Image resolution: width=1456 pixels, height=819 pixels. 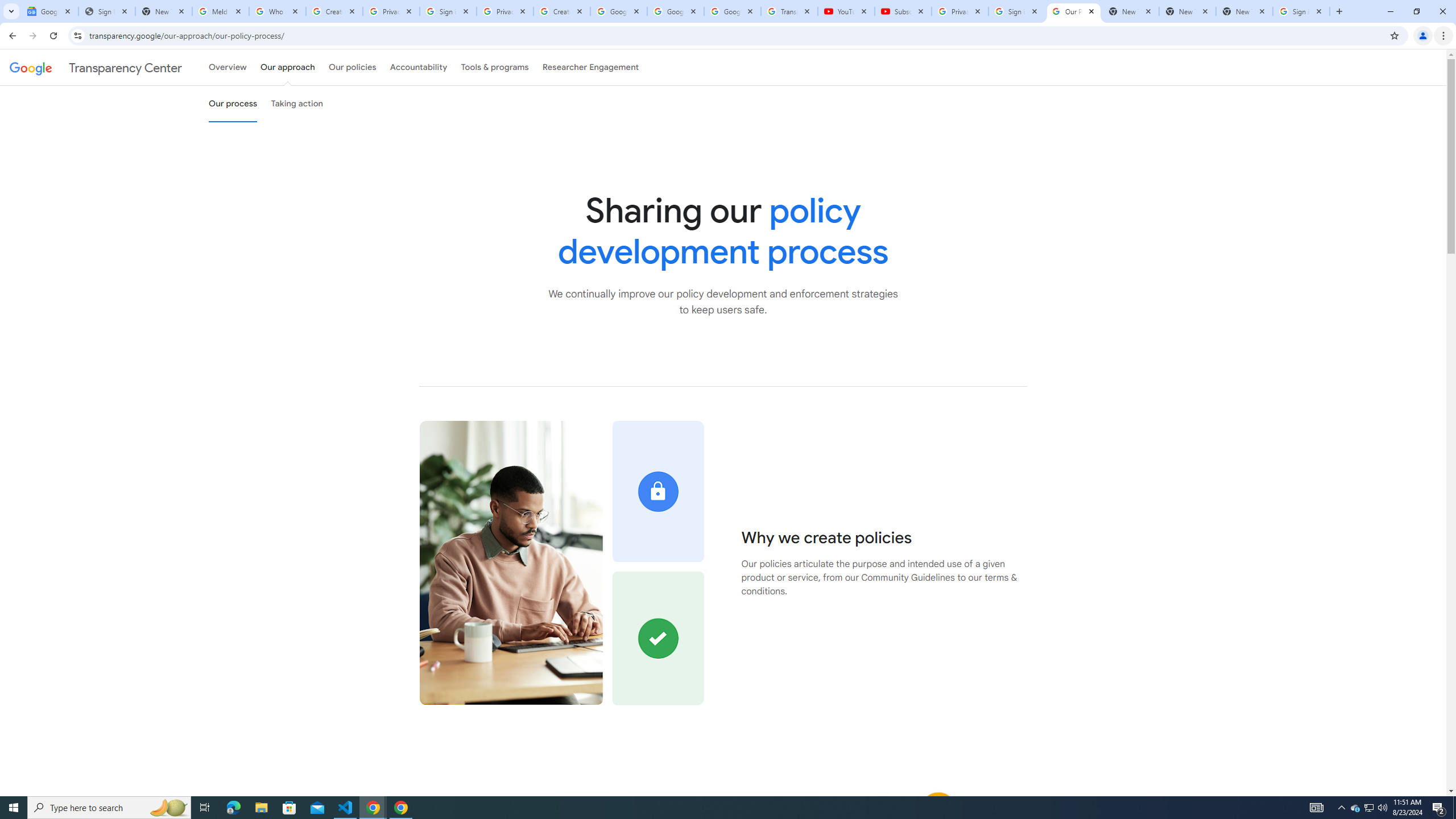 What do you see at coordinates (1244, 11) in the screenshot?
I see `'New Tab'` at bounding box center [1244, 11].